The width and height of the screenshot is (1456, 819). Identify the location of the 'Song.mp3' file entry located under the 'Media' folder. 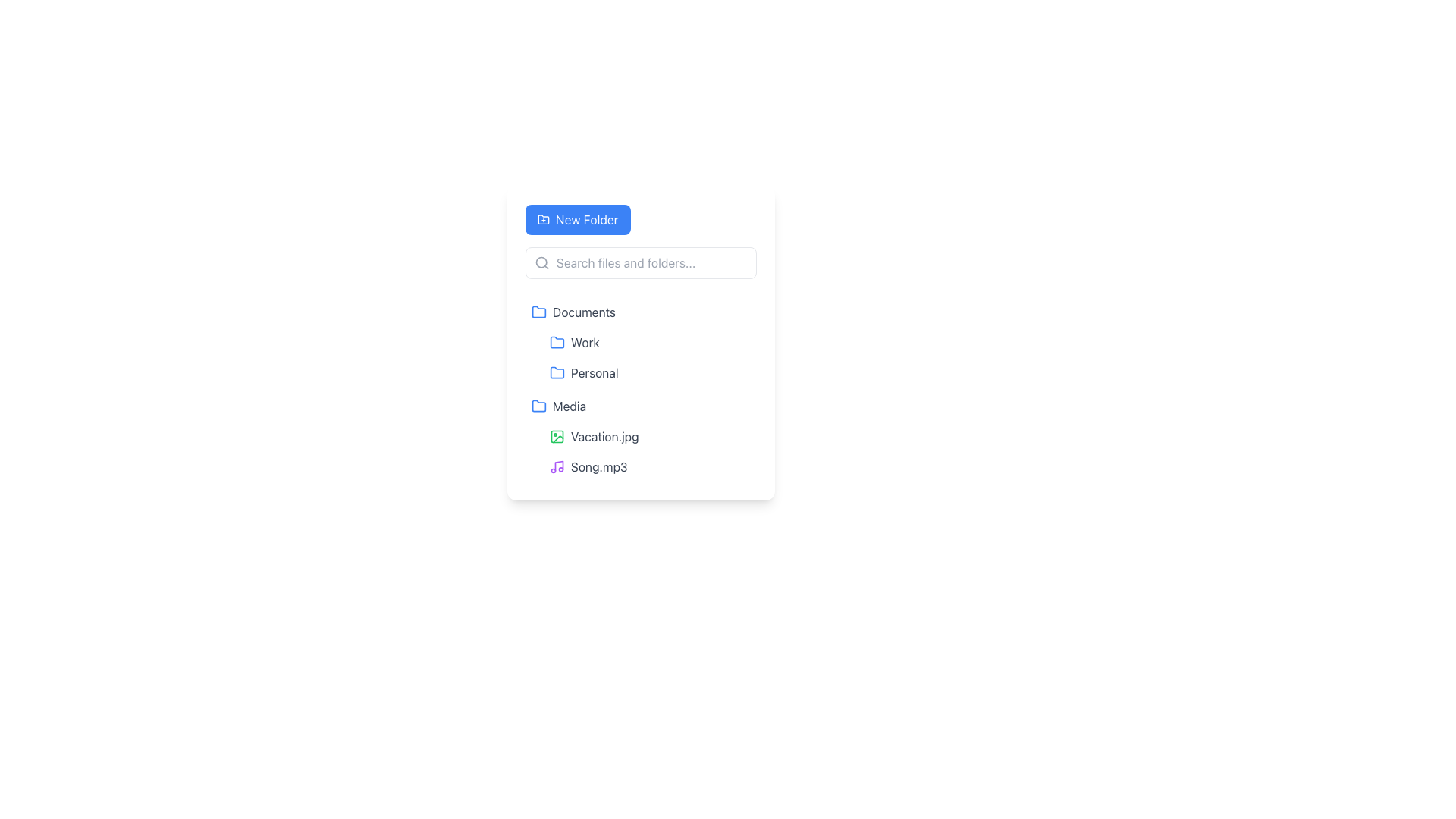
(650, 466).